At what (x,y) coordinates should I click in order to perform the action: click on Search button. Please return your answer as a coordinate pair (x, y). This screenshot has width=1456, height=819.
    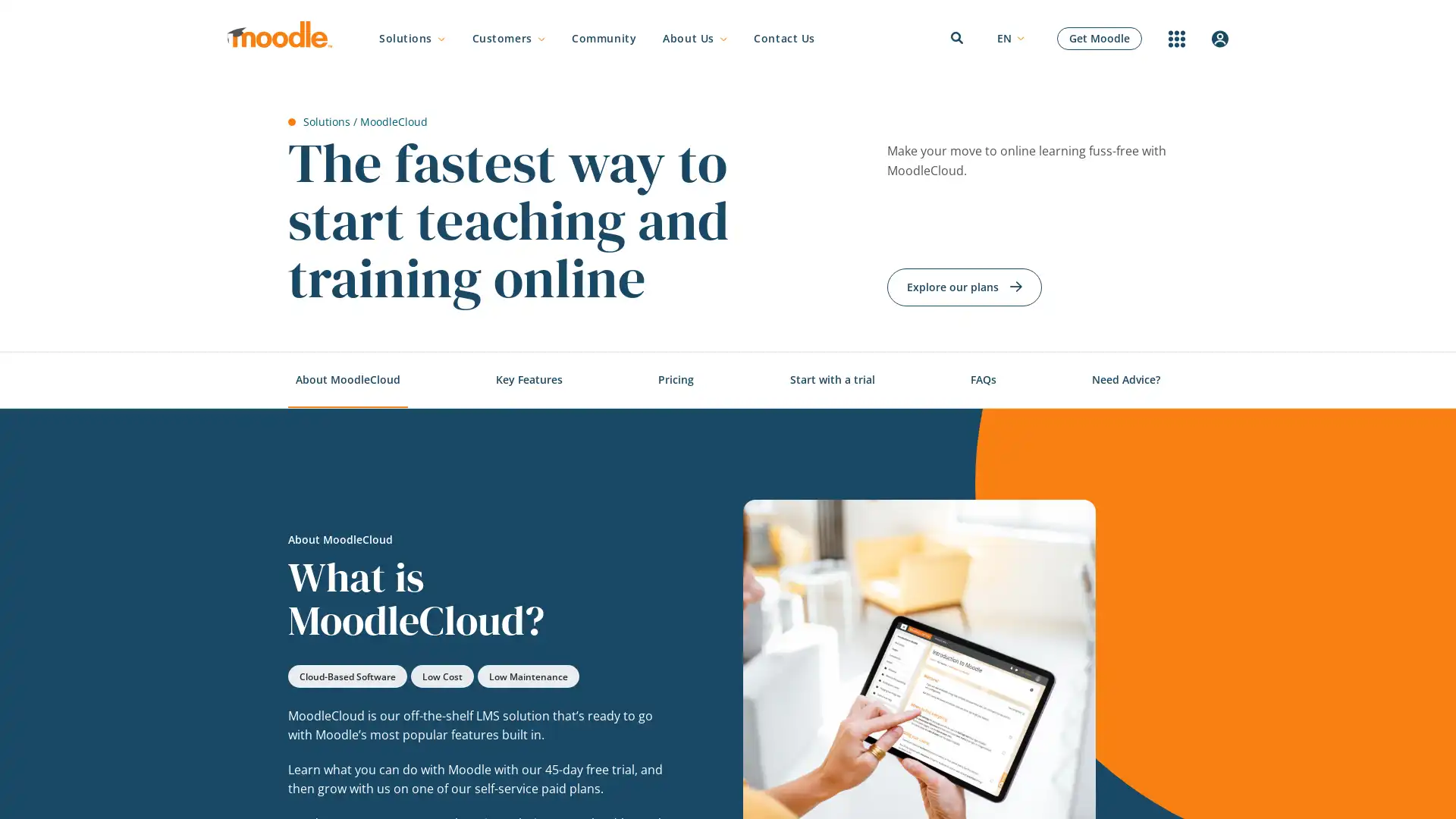
    Looking at the image, I should click on (1055, 412).